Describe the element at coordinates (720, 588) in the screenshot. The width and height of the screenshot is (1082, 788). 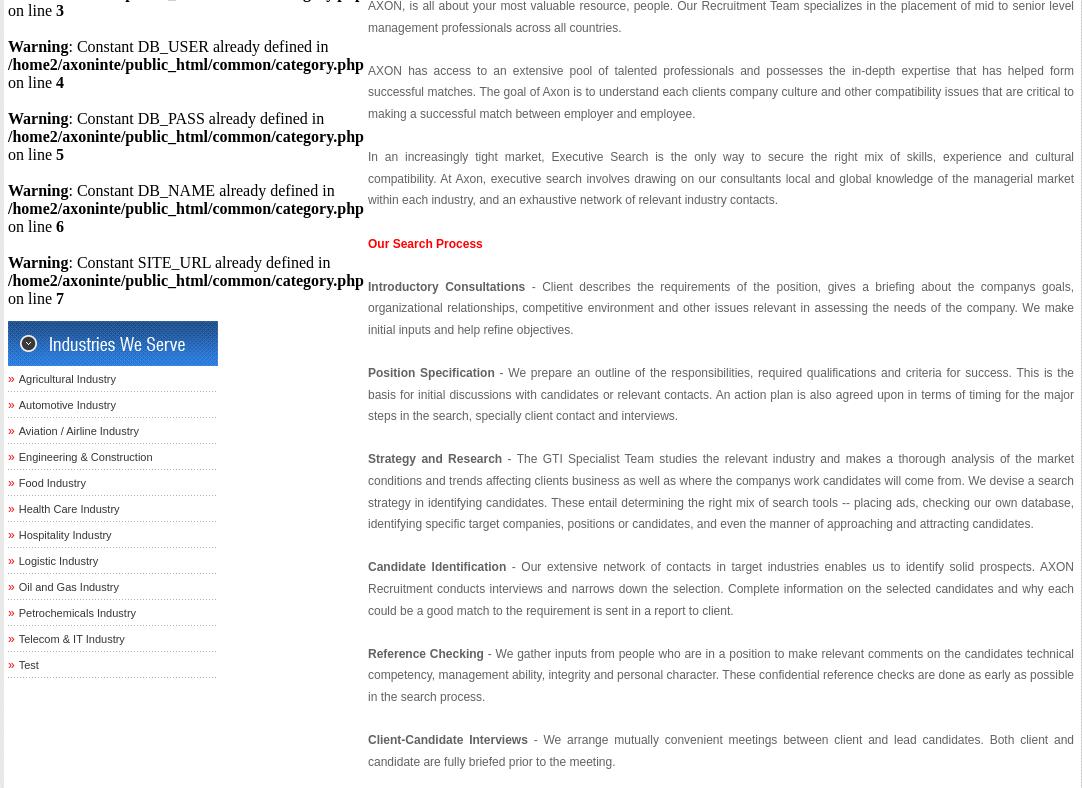
I see `'- Our extensive network of contacts in target industries enables us to identify solid prospects. AXON Recruitment conducts interviews and narrows down the selection. Complete information on the selected candidates and why each could be a good match to the requirement is sent in a report to client.'` at that location.